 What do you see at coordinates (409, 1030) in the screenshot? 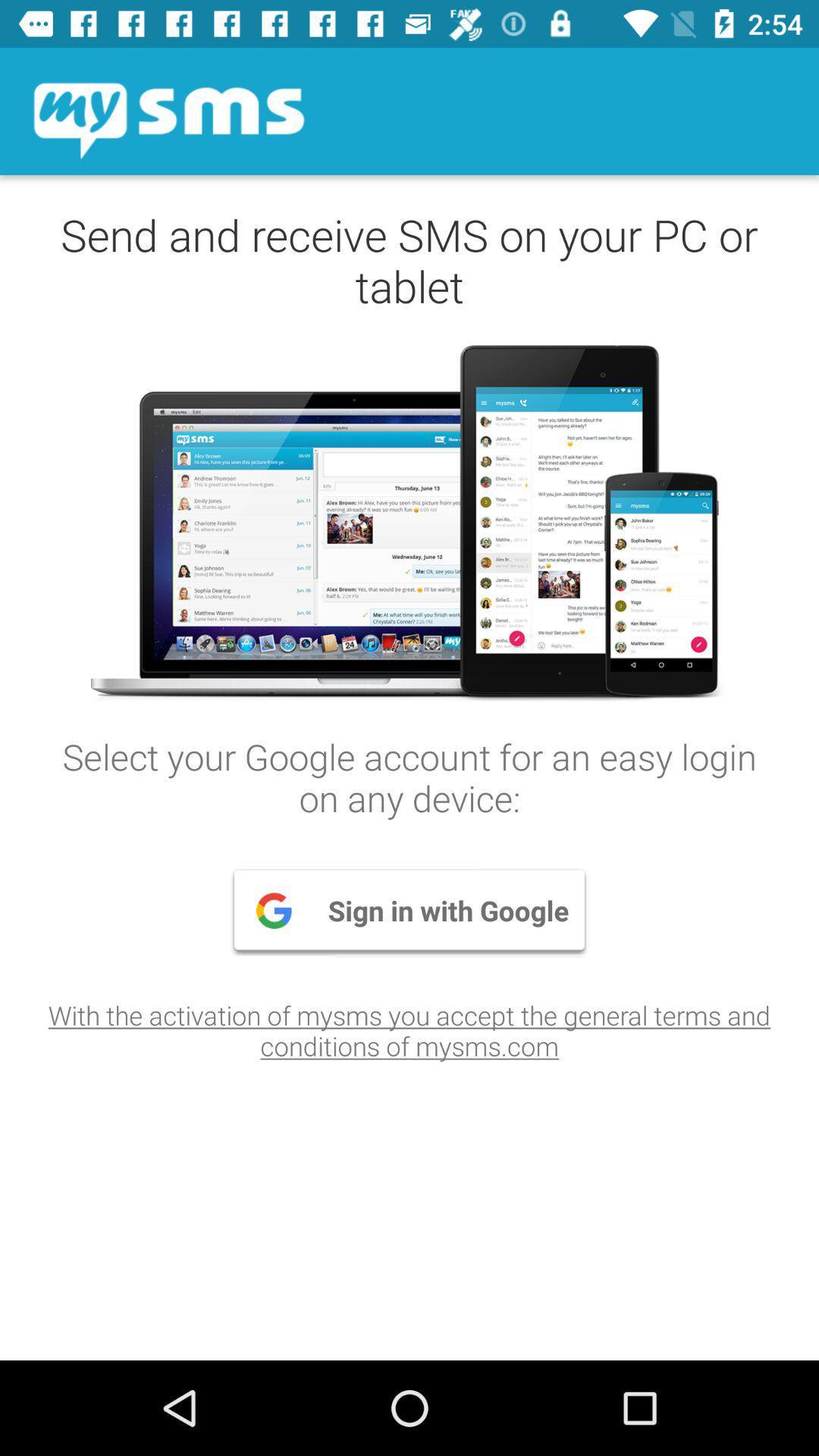
I see `item below sign in with` at bounding box center [409, 1030].